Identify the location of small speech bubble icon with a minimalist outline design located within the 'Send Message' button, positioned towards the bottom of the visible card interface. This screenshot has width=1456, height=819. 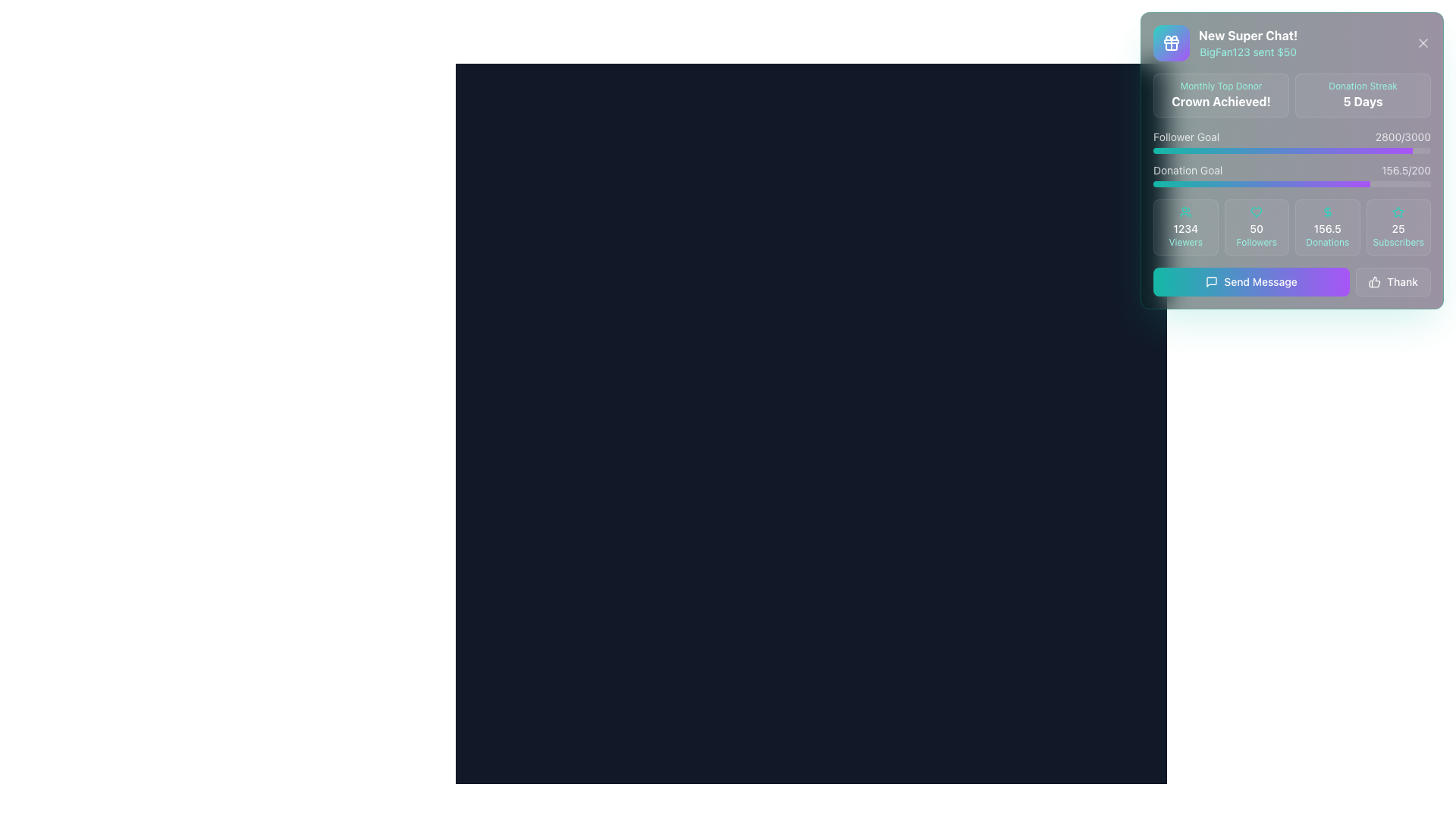
(1211, 281).